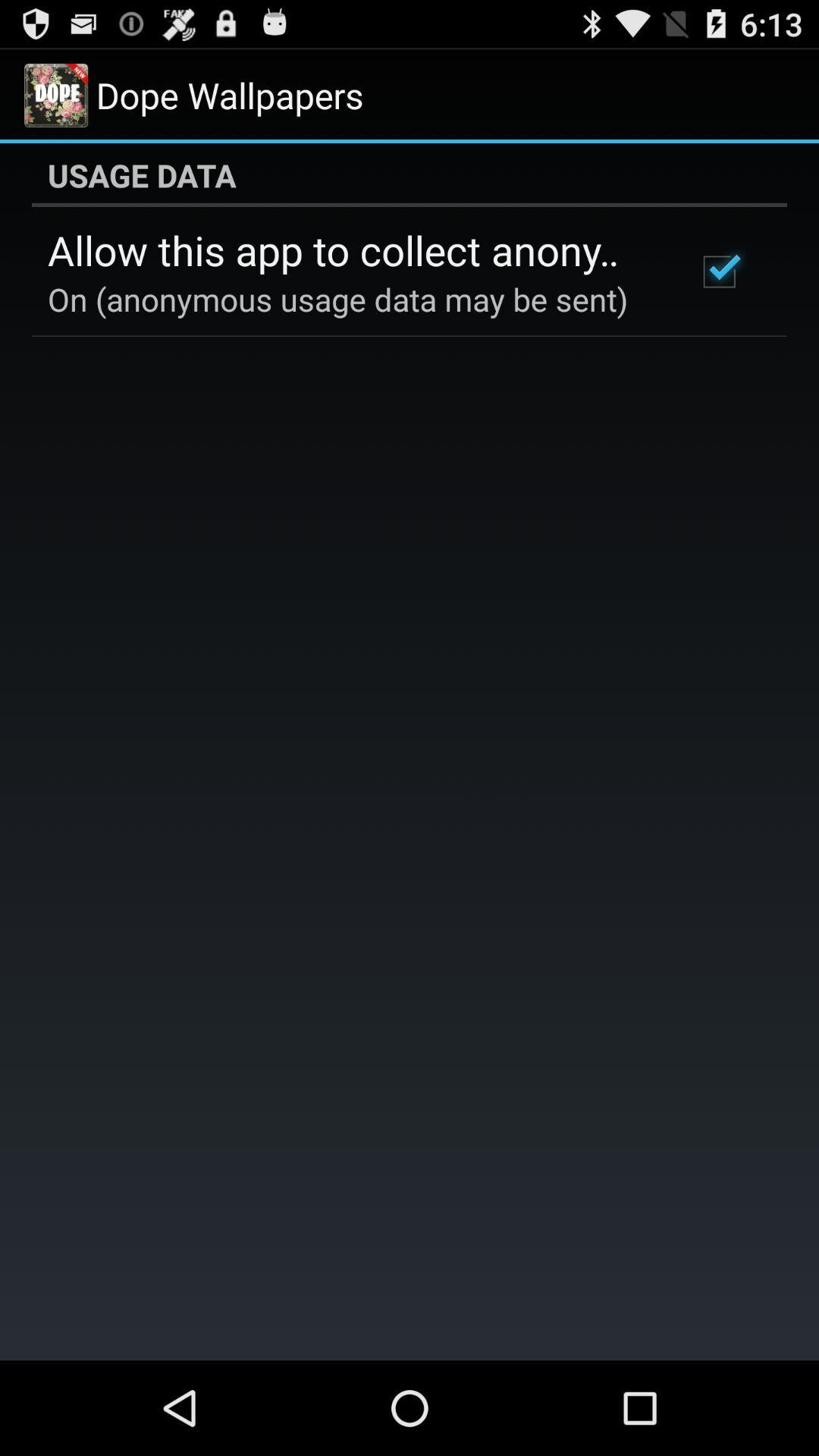 This screenshot has width=819, height=1456. Describe the element at coordinates (718, 271) in the screenshot. I see `app to the right of allow this app icon` at that location.